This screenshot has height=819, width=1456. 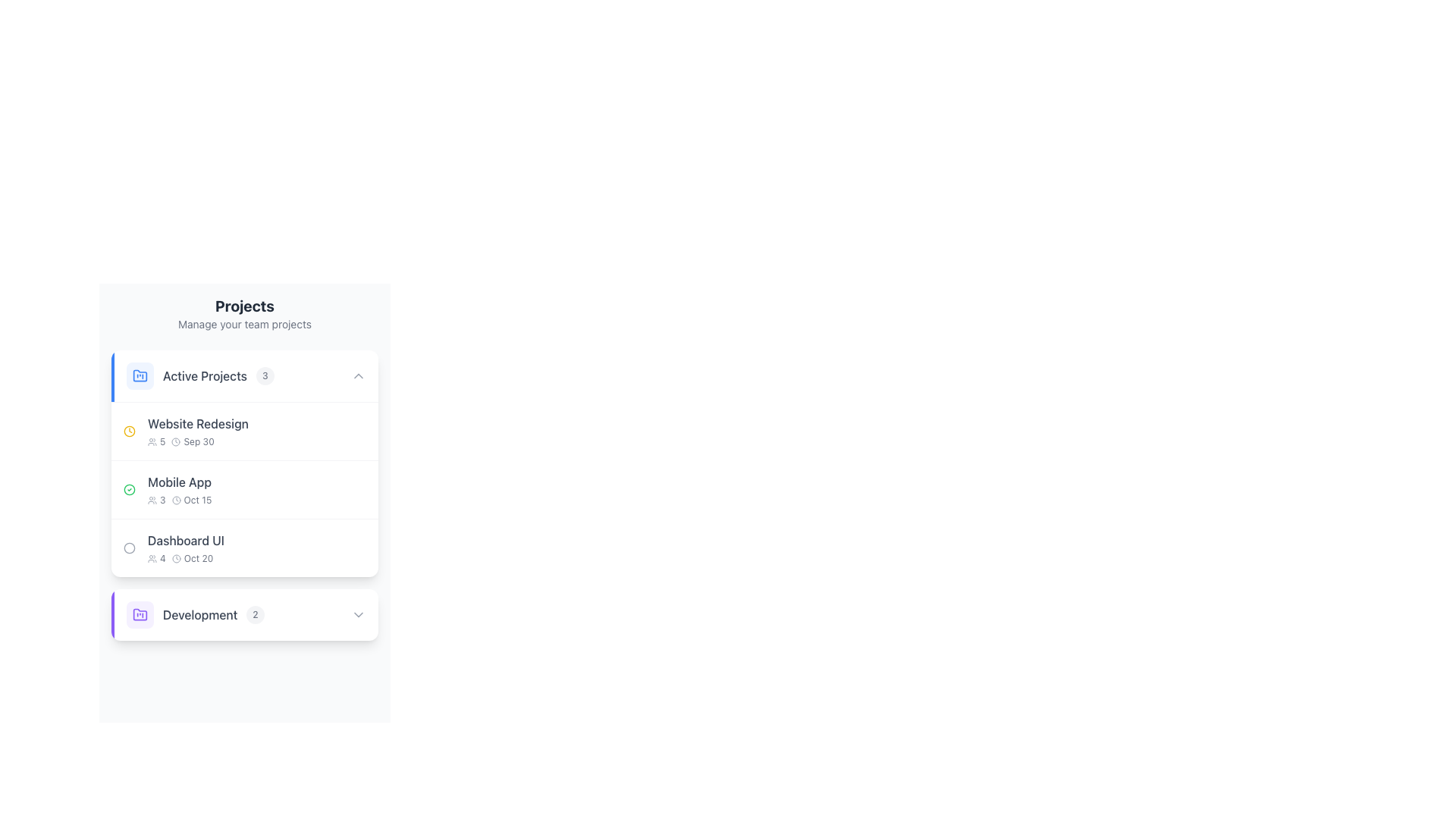 I want to click on the circle icon located at the top left of the 'Dashboard UI' row in the 'Active Projects' list, so click(x=130, y=548).